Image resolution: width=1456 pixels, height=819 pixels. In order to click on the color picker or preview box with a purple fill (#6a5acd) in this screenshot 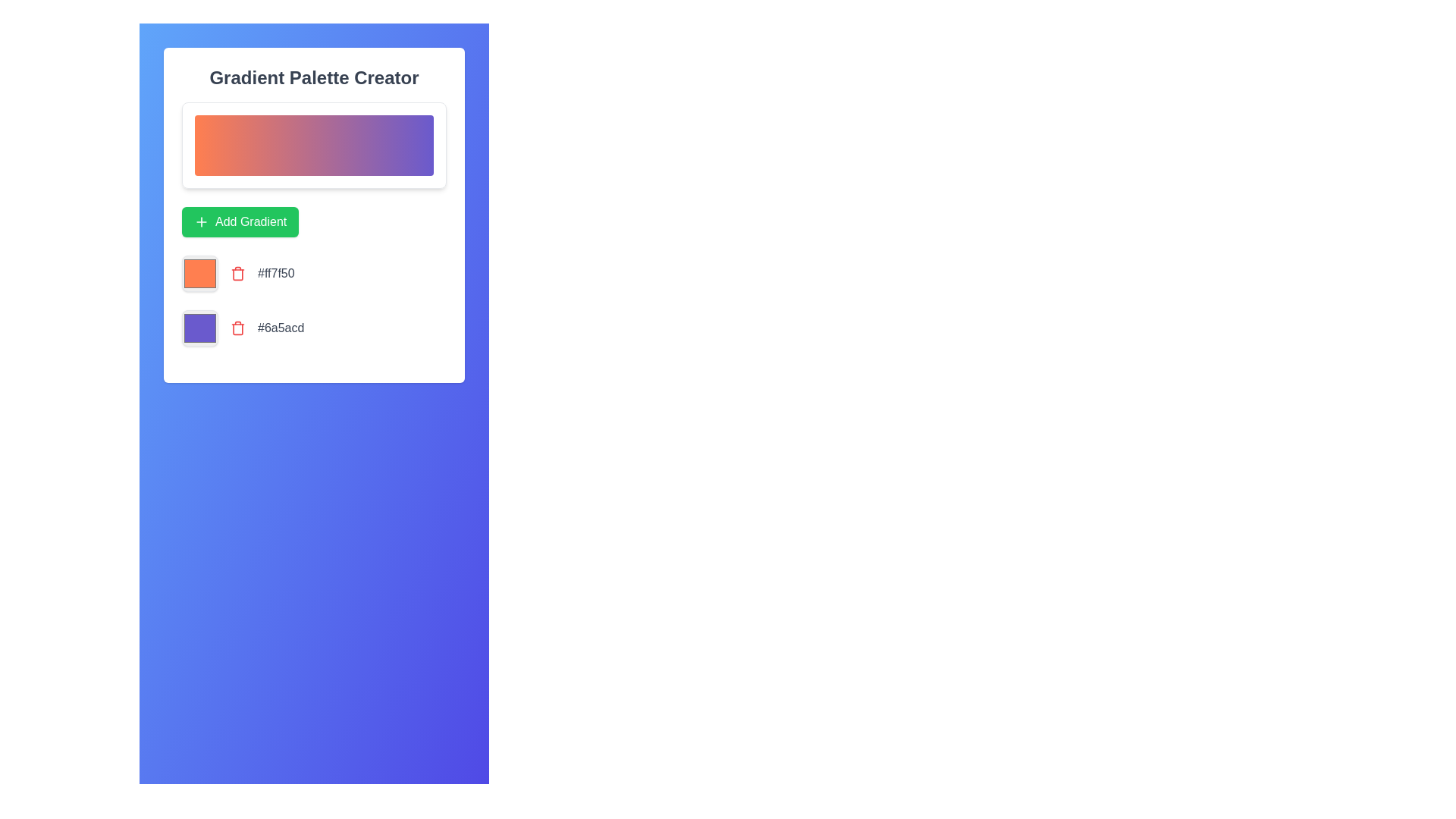, I will do `click(199, 327)`.